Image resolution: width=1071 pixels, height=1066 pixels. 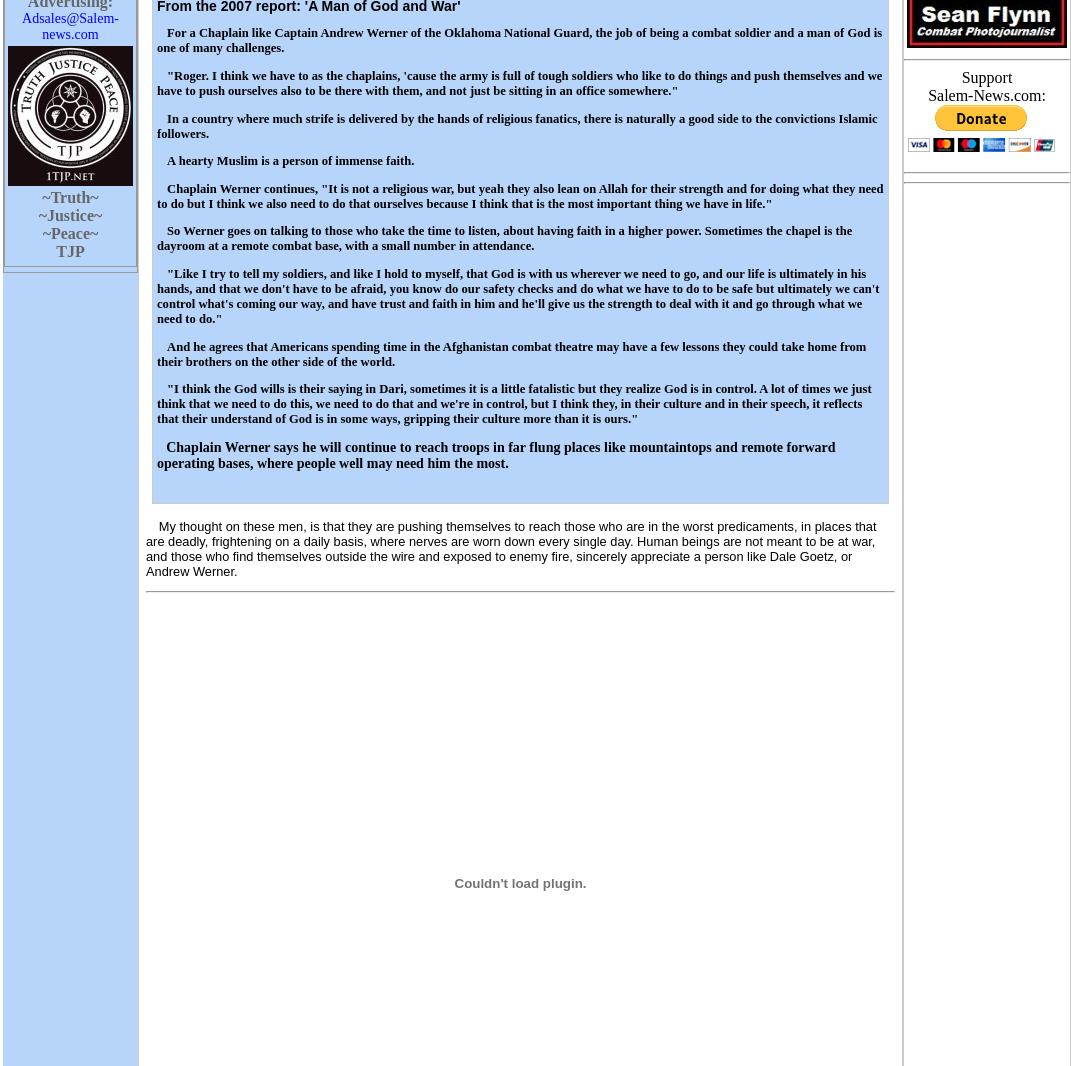 I want to click on 'Support', so click(x=985, y=76).